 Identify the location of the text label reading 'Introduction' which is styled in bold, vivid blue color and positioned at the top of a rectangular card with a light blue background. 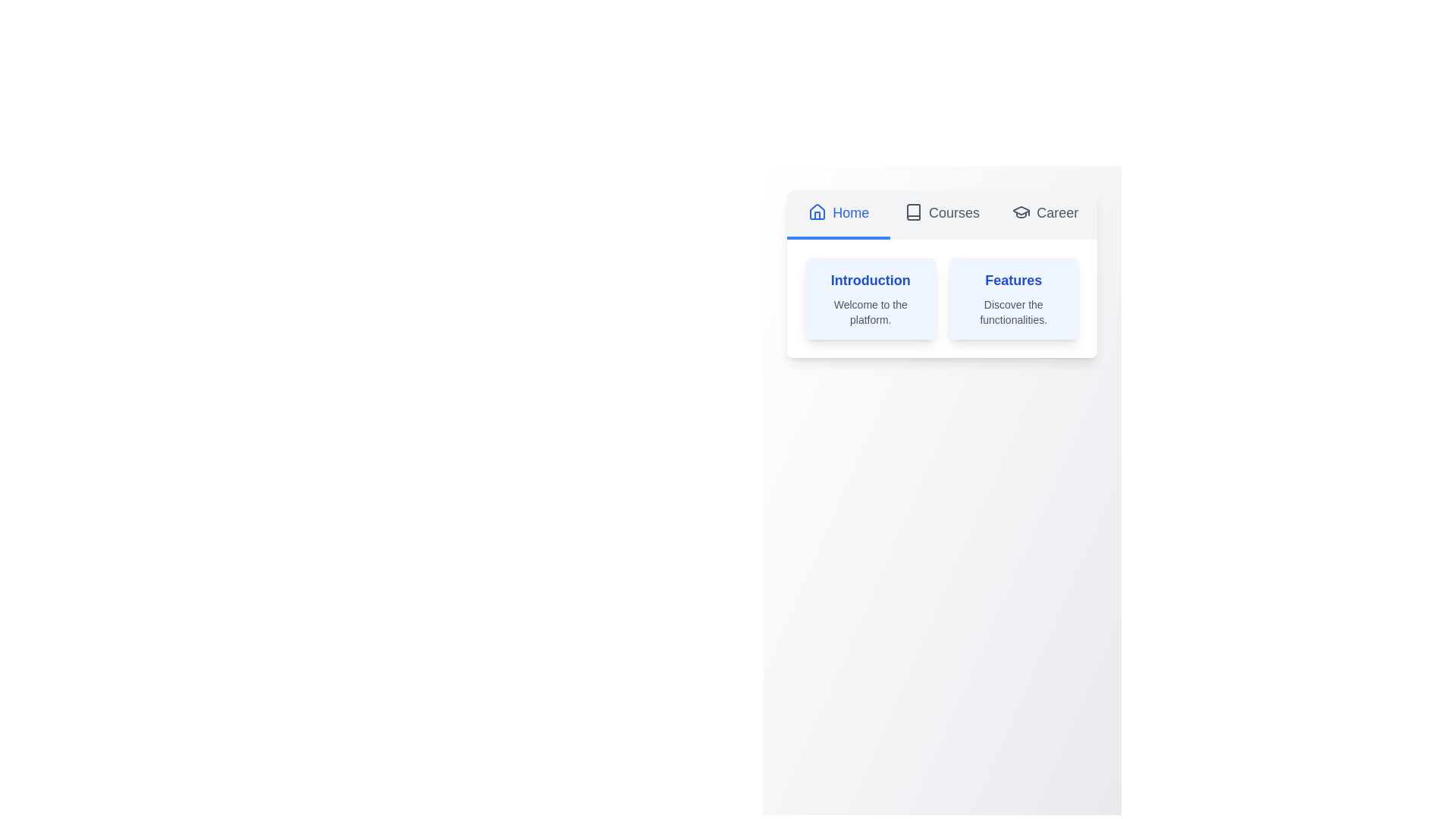
(871, 281).